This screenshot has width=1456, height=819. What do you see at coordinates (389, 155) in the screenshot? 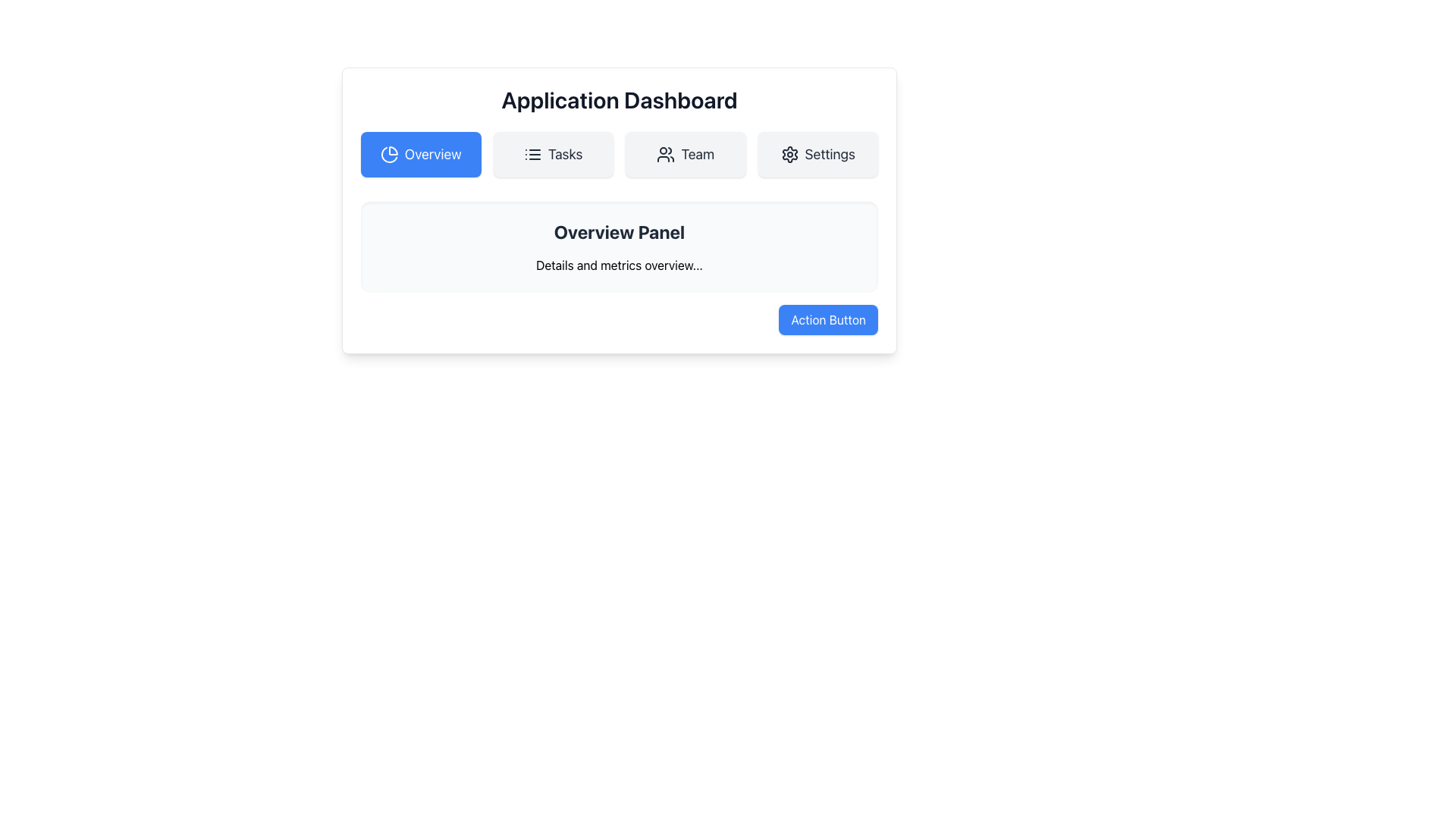
I see `the pie chart SVG icon located within the 'Overview' button in the top navigation` at bounding box center [389, 155].